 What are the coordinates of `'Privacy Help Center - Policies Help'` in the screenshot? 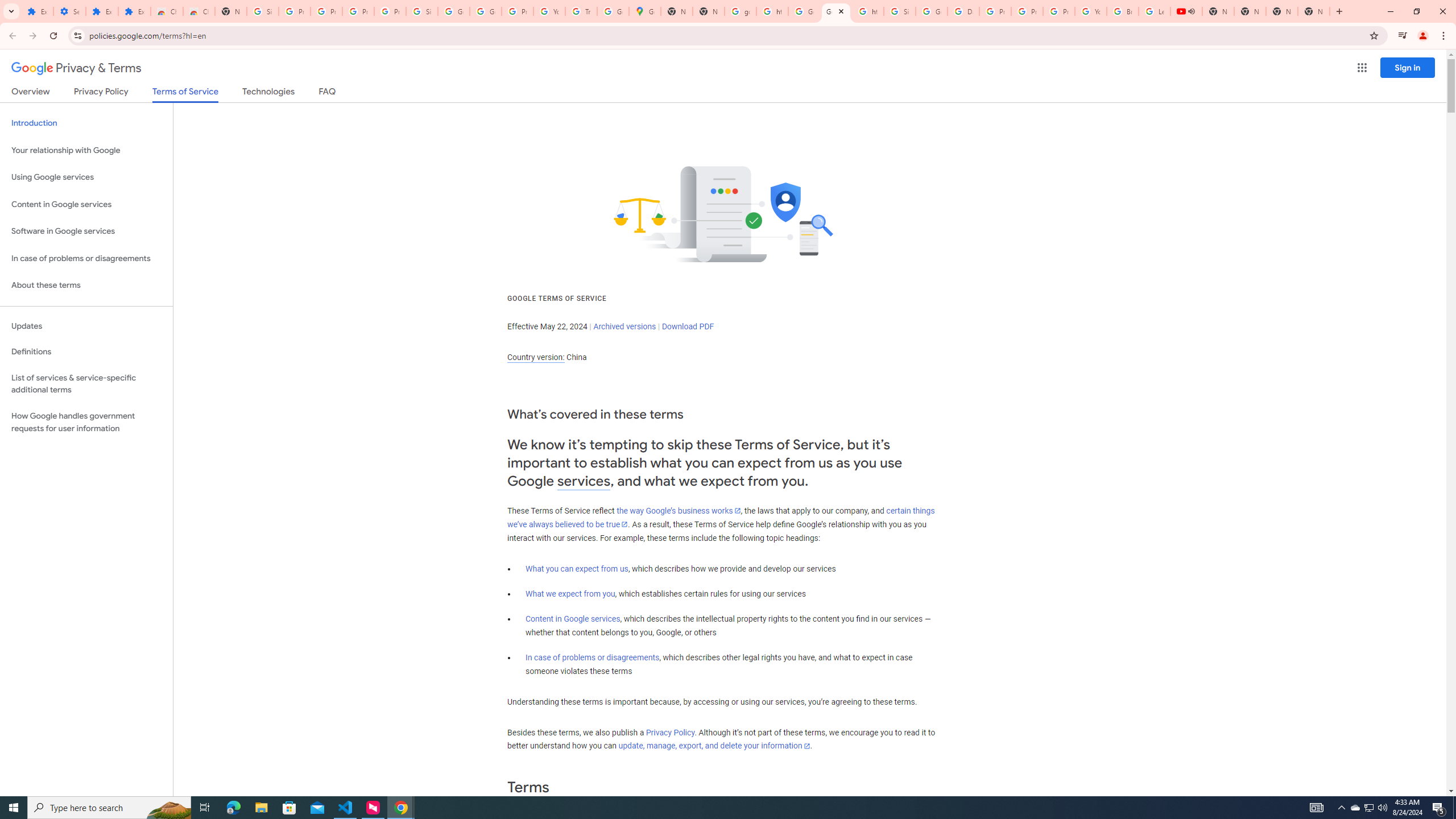 It's located at (1027, 11).